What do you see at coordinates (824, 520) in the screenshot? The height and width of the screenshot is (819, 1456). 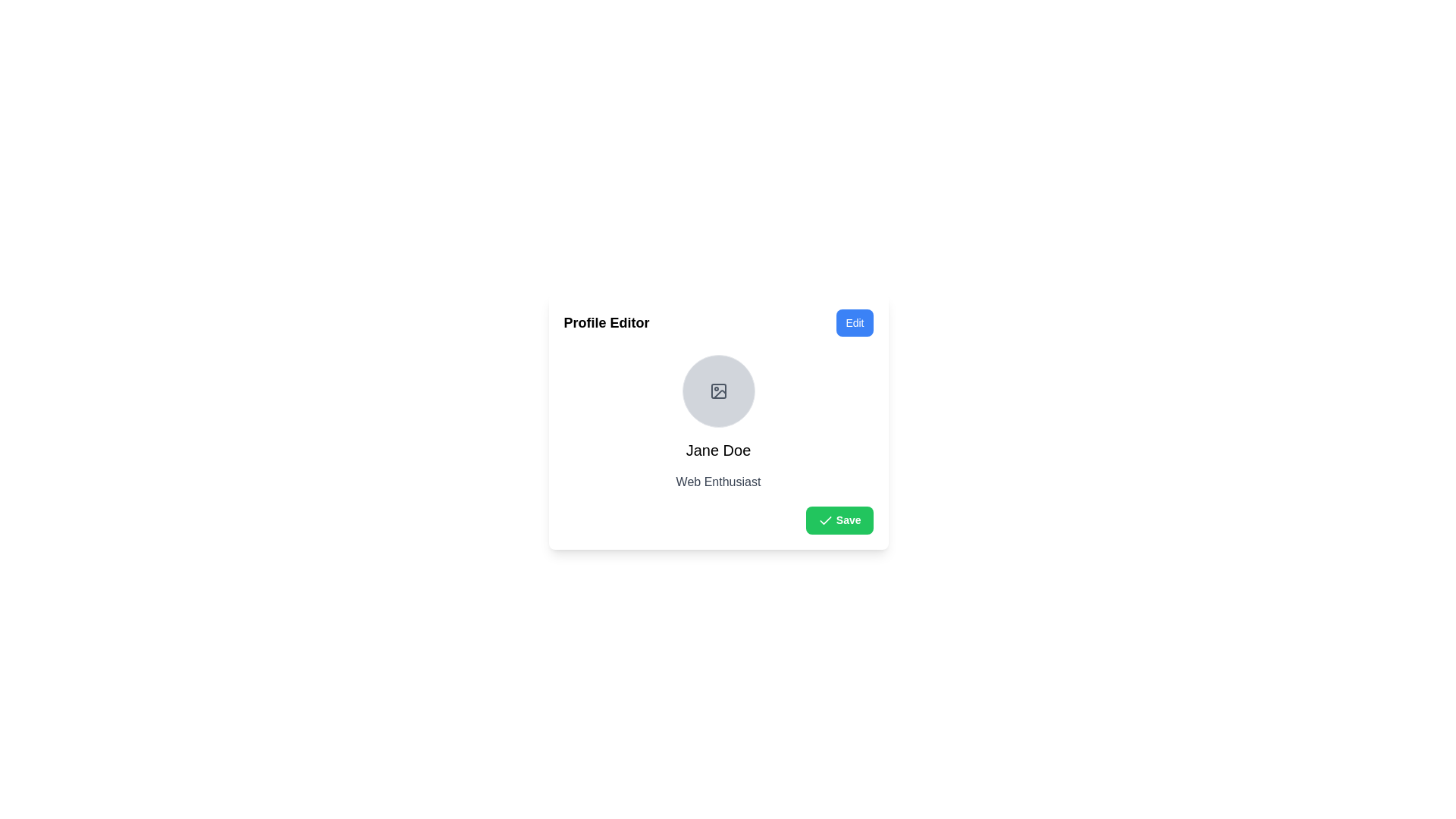 I see `the 'Save' button located at the bottom-right corner of the profile editor card, which contains the affirmative action icon for saving` at bounding box center [824, 520].